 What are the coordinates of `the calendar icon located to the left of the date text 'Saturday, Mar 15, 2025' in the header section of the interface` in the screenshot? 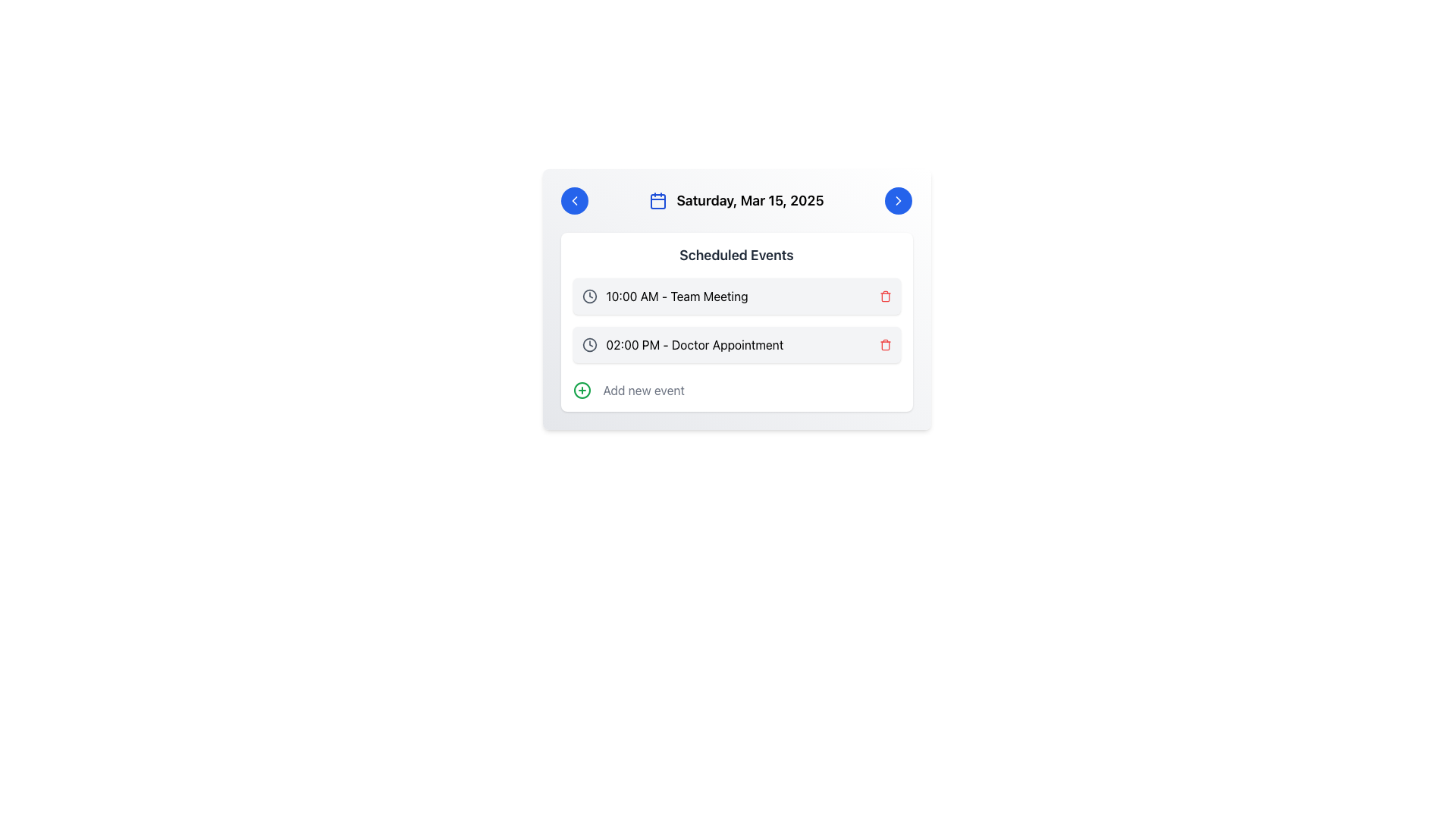 It's located at (658, 200).